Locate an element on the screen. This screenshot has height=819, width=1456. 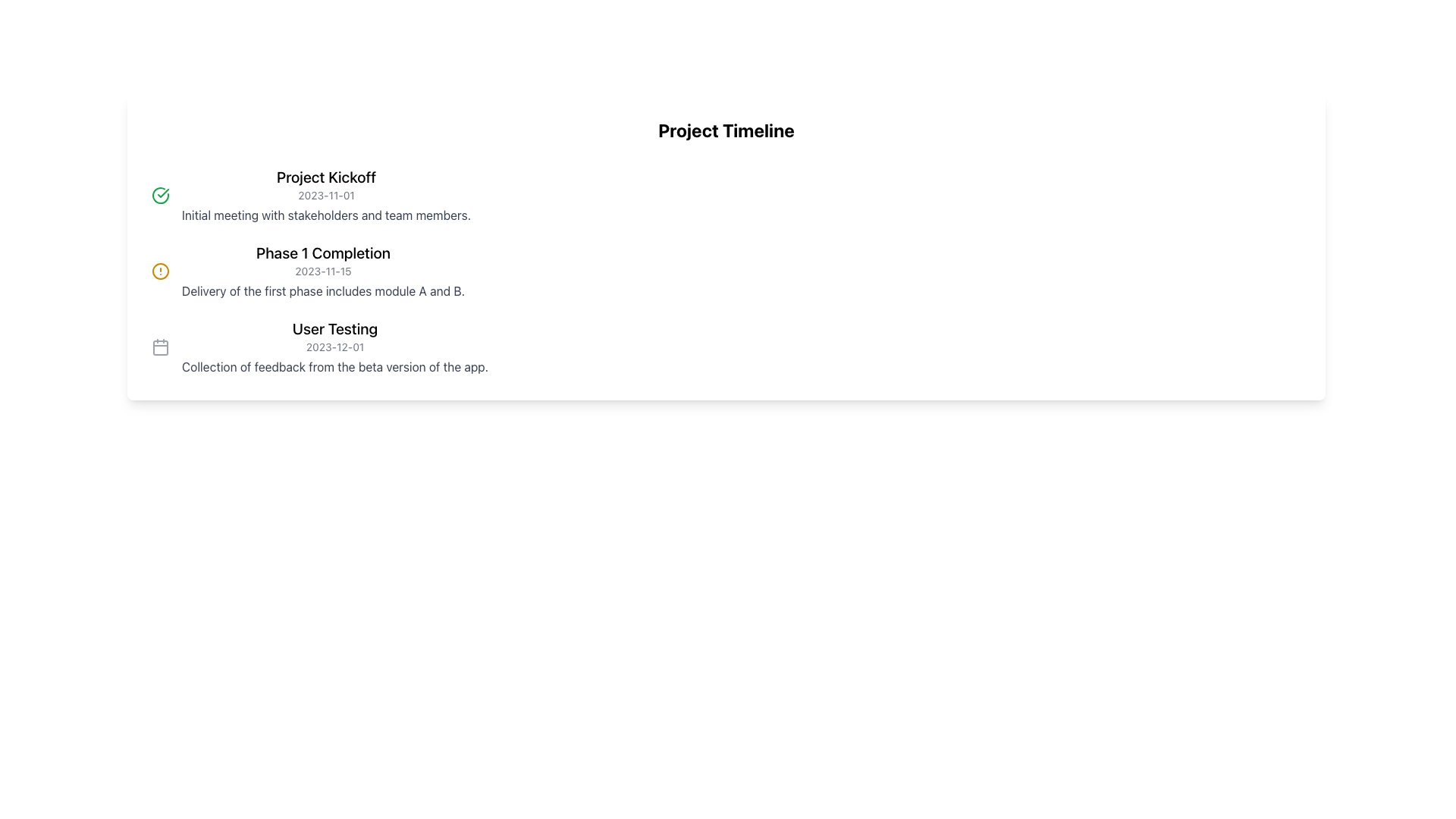
the text label providing additional information about the 'User Testing' timeline entry, located directly below the 'User Testing' heading is located at coordinates (334, 366).